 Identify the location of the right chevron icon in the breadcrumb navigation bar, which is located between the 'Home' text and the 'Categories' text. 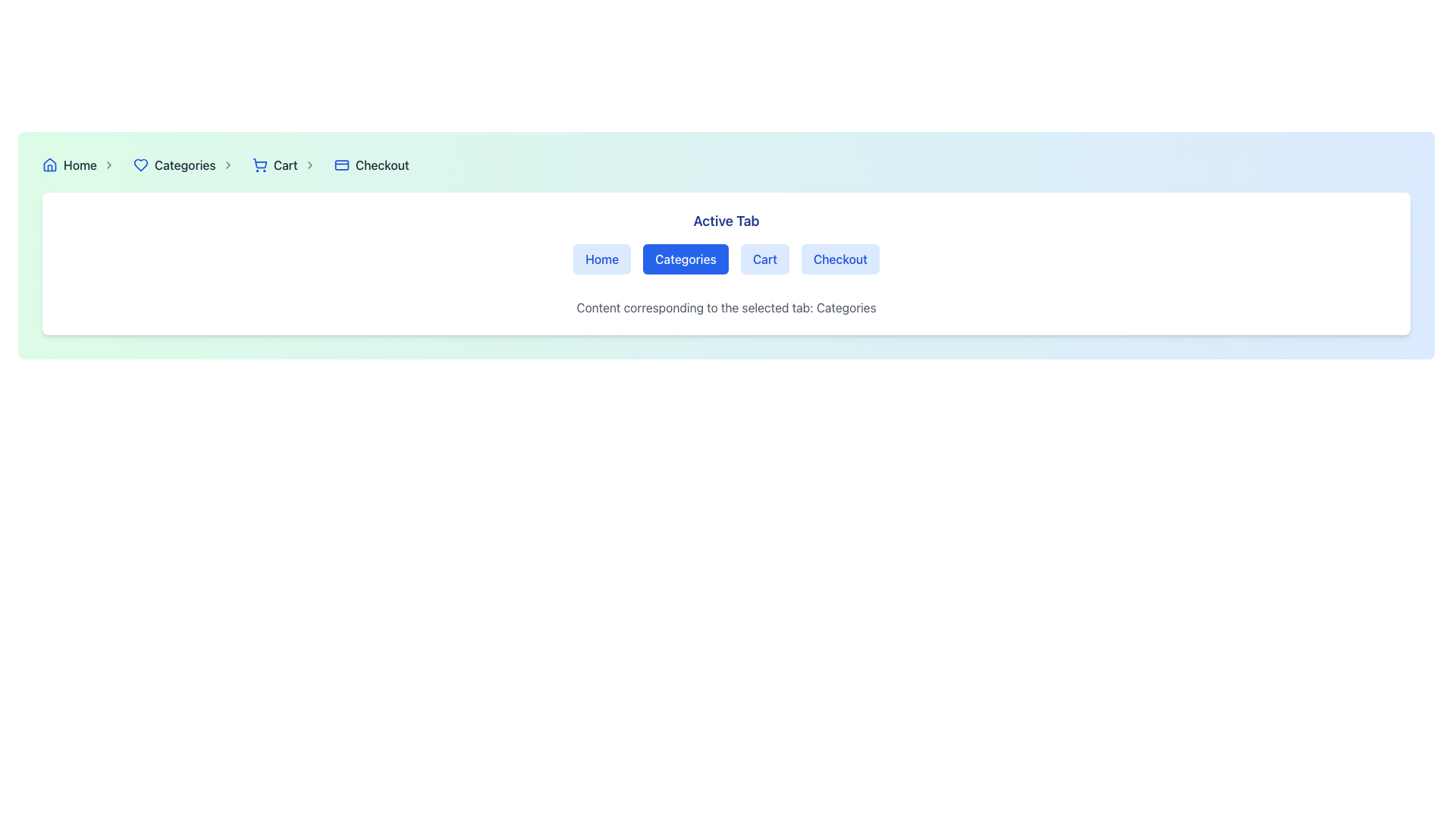
(108, 165).